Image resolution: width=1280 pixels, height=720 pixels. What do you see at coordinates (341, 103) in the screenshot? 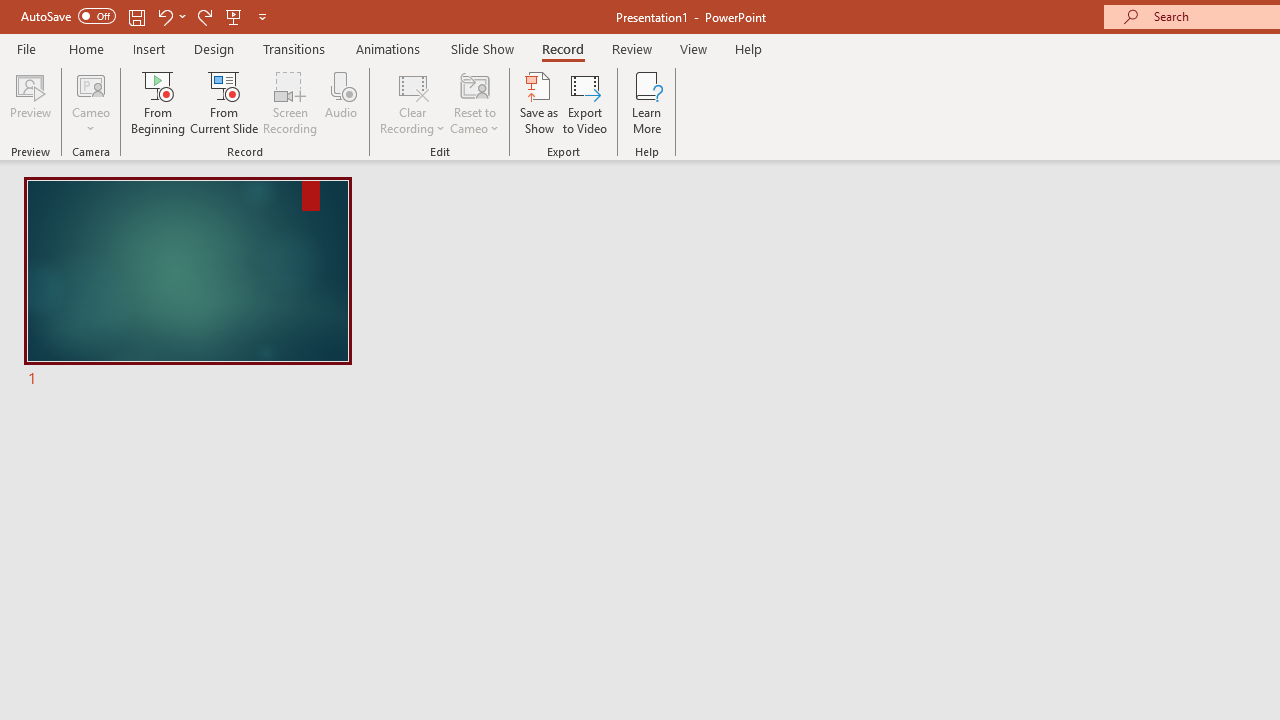
I see `'Audio'` at bounding box center [341, 103].